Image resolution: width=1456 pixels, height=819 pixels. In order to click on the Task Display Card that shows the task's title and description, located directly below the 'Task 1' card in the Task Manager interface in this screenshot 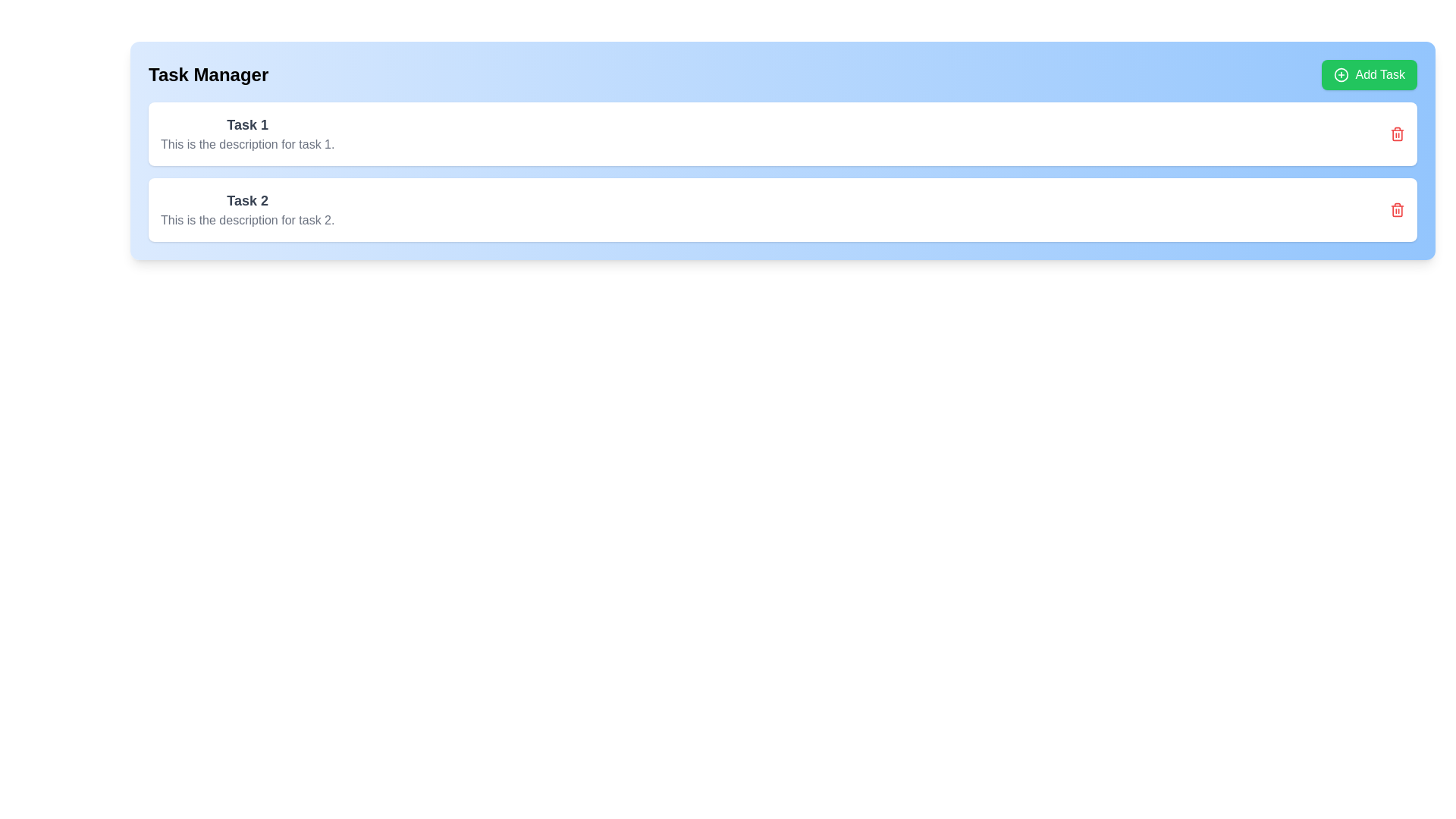, I will do `click(247, 210)`.